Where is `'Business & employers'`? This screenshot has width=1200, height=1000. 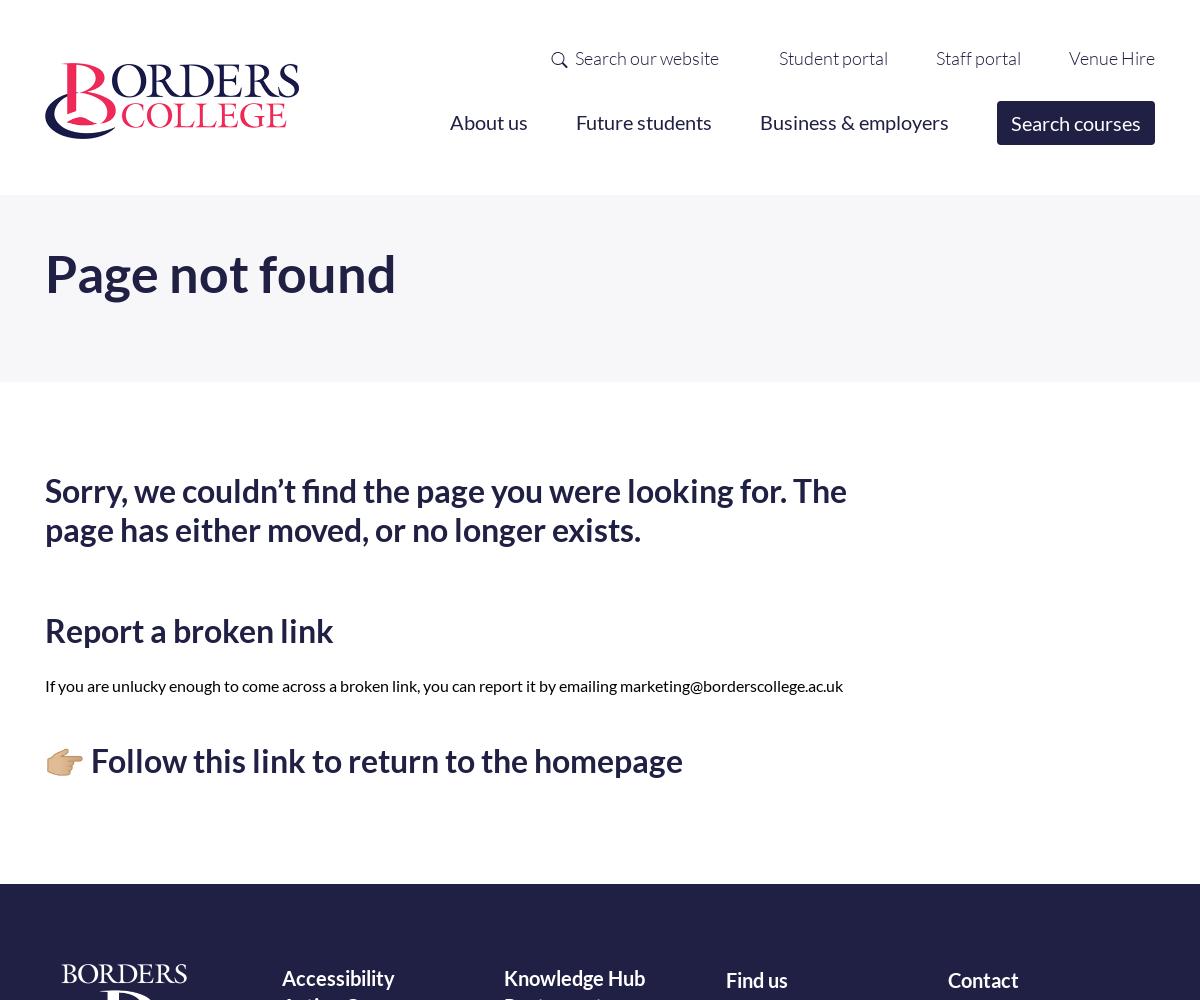 'Business & employers' is located at coordinates (853, 121).